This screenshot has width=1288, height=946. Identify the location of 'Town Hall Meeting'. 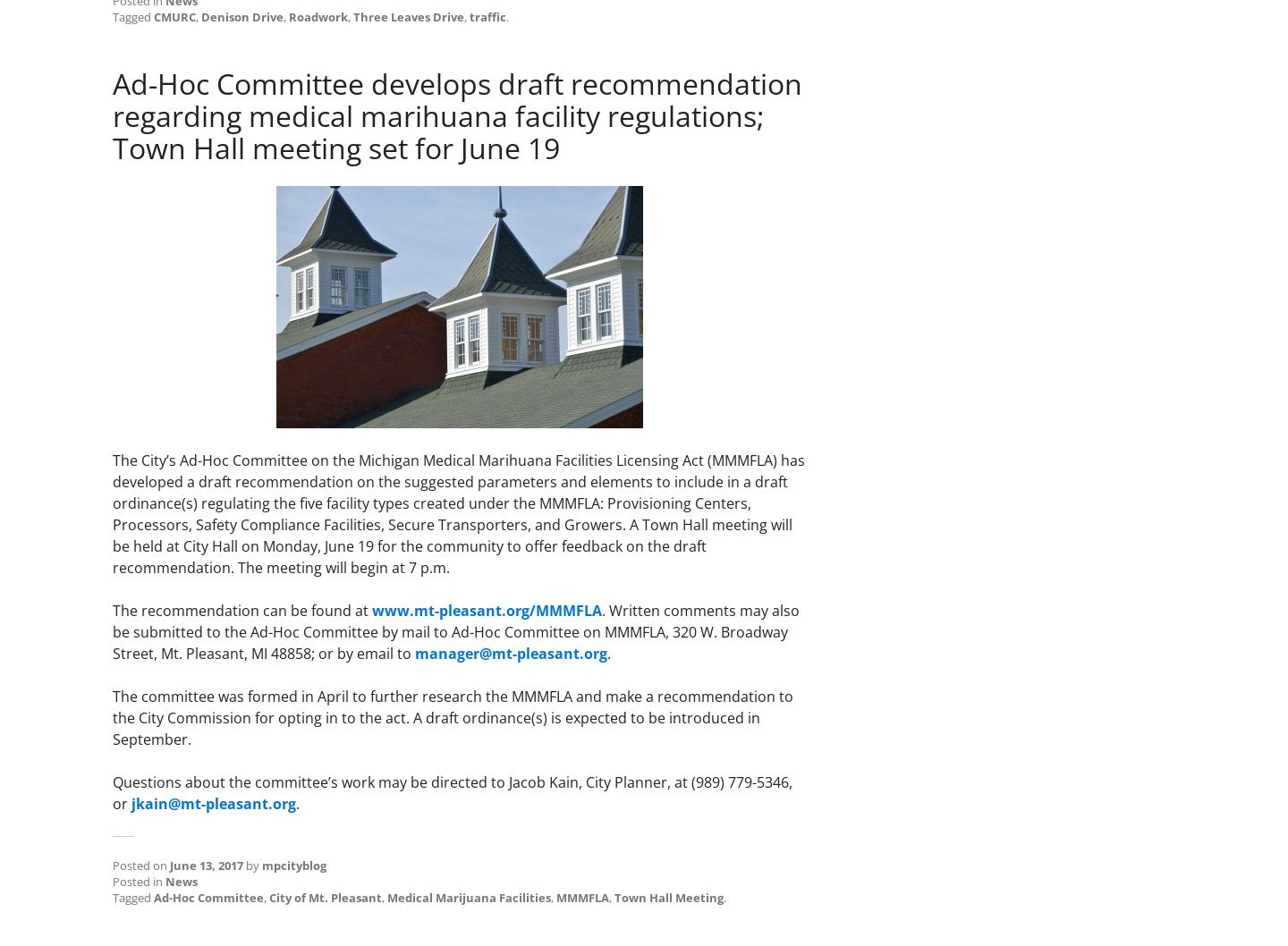
(614, 895).